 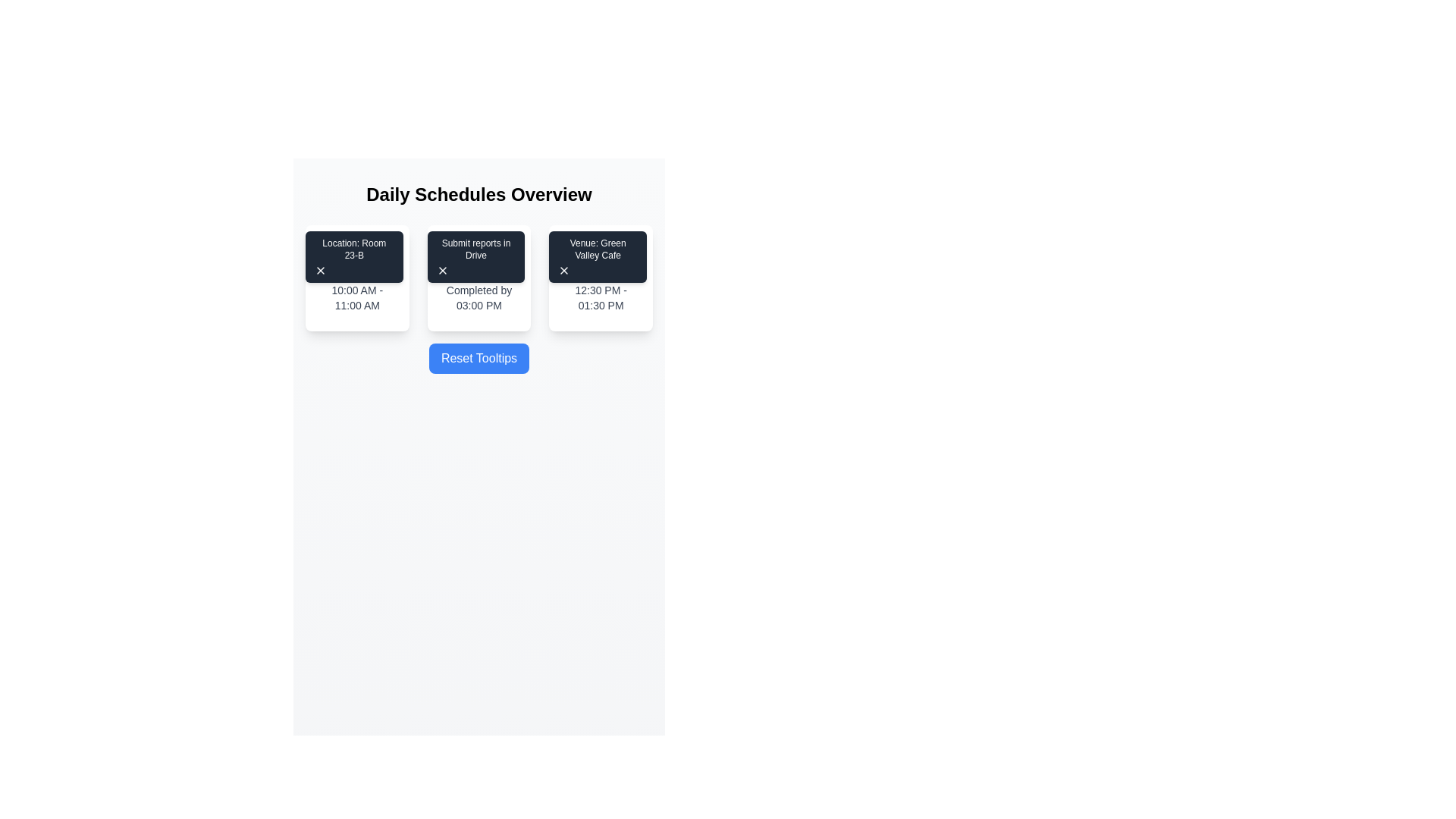 What do you see at coordinates (356, 298) in the screenshot?
I see `the text displaying the time range '10:00 AM - 11:00 AM', which is styled in a small gray font and is located beneath the 'Marketing Meeting' title in the top-left card of the layout` at bounding box center [356, 298].